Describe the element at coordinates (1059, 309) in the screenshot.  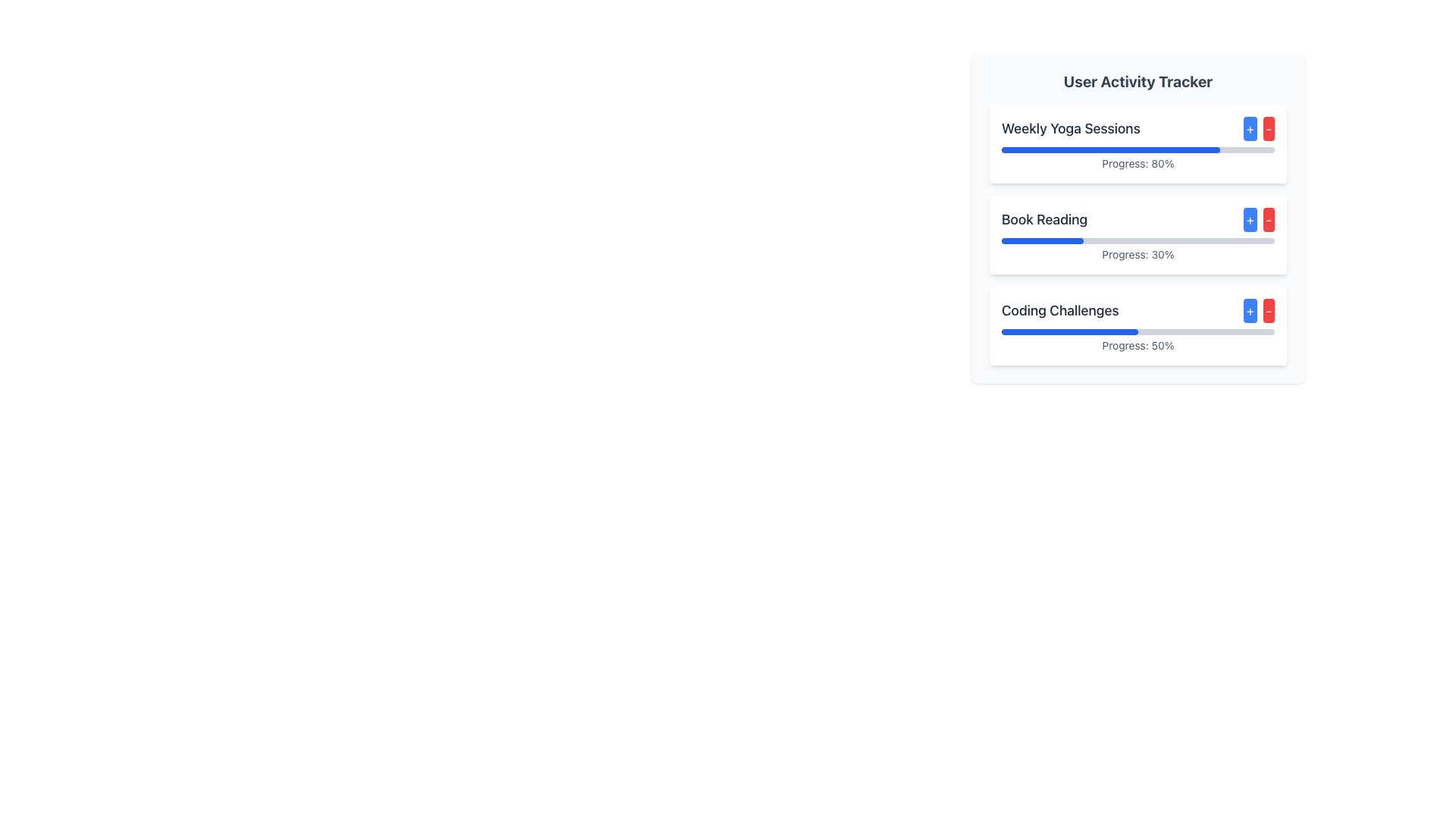
I see `the non-interactive text label that serves as a title for the progress tracker, located in the third card of the vertically stacked list, directly above the progress bar` at that location.